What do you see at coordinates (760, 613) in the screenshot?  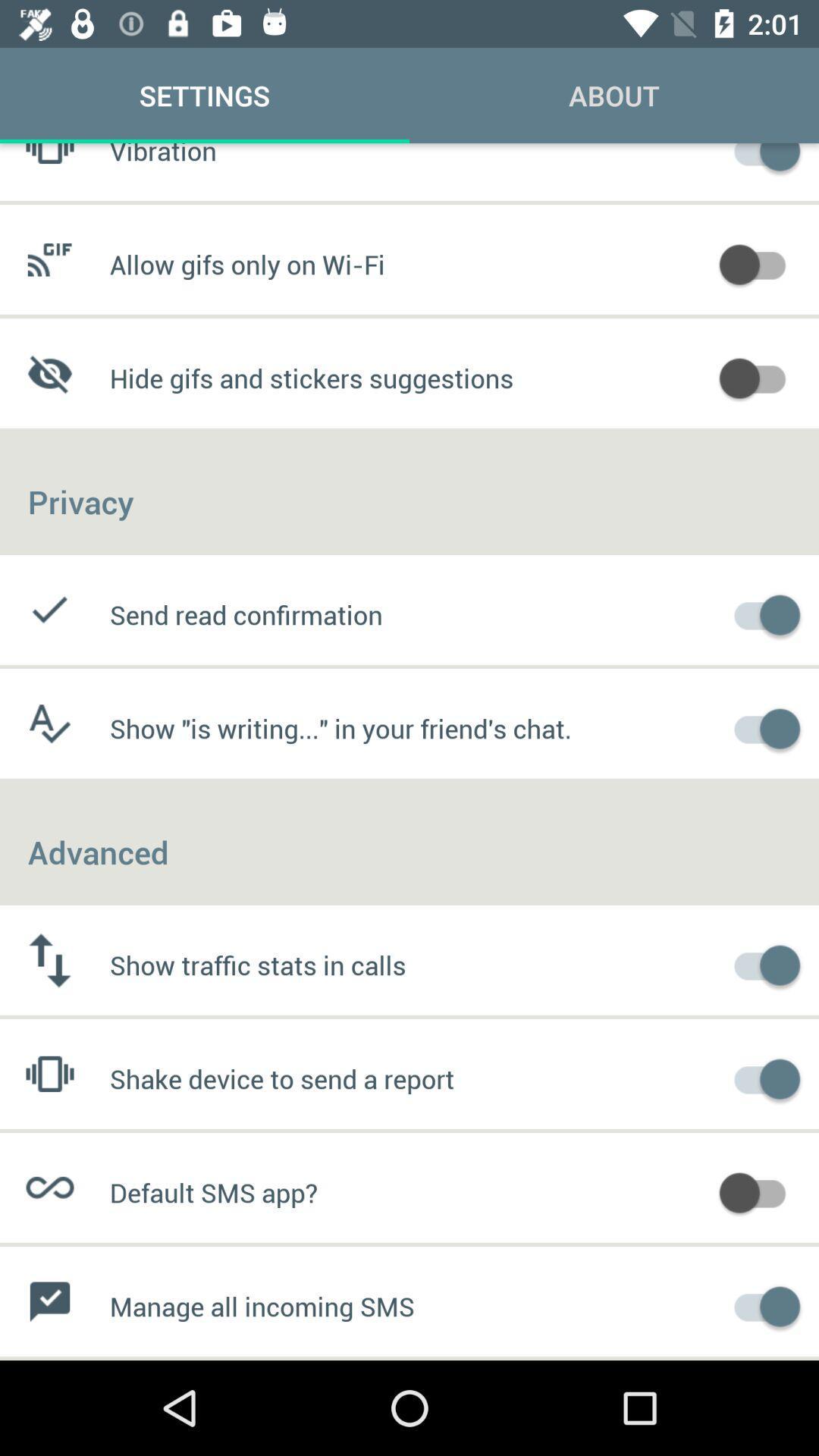 I see `send read confirmation option` at bounding box center [760, 613].